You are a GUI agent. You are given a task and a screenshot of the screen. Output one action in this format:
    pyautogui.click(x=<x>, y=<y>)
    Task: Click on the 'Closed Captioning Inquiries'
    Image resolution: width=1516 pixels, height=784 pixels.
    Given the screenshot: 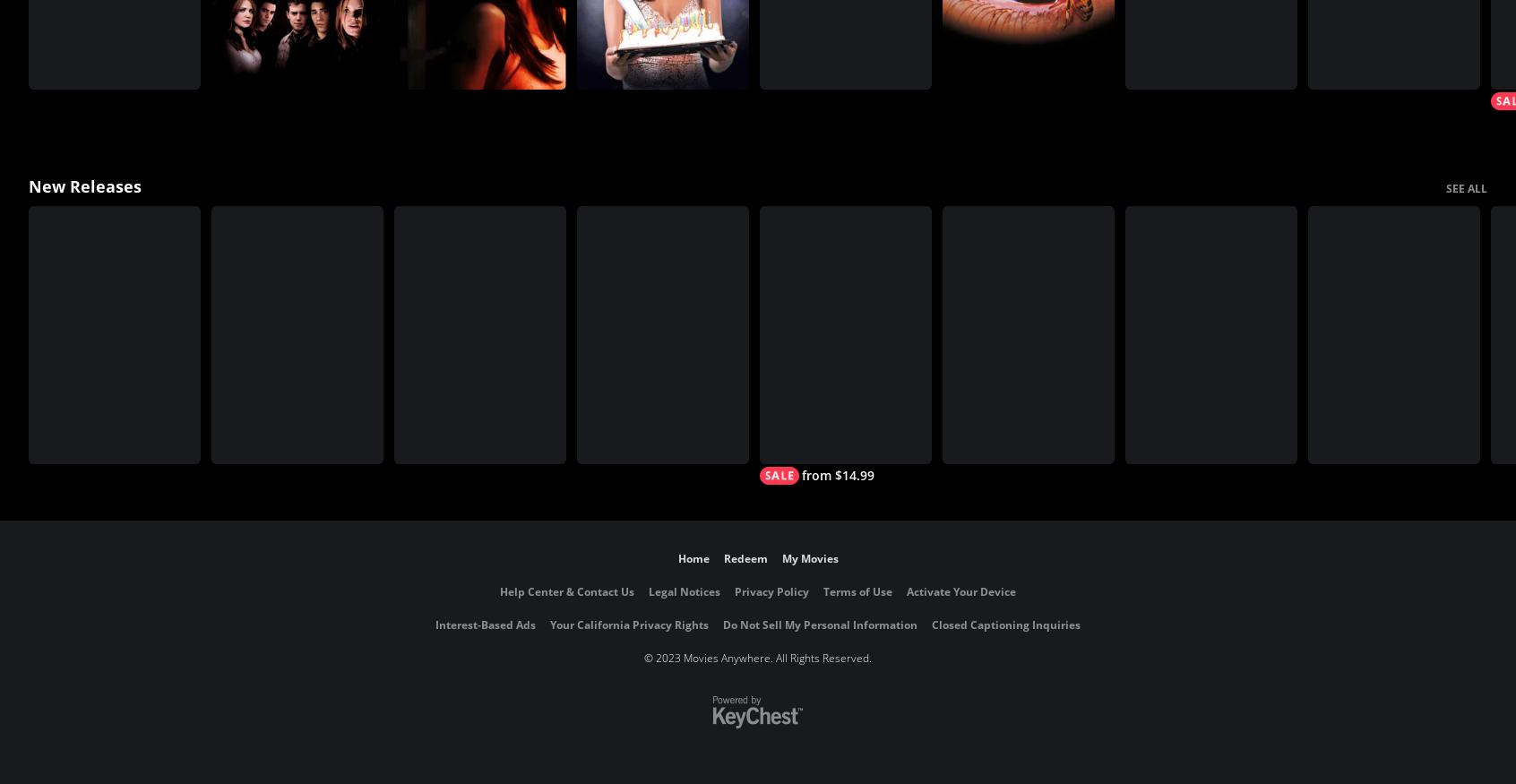 What is the action you would take?
    pyautogui.click(x=931, y=625)
    